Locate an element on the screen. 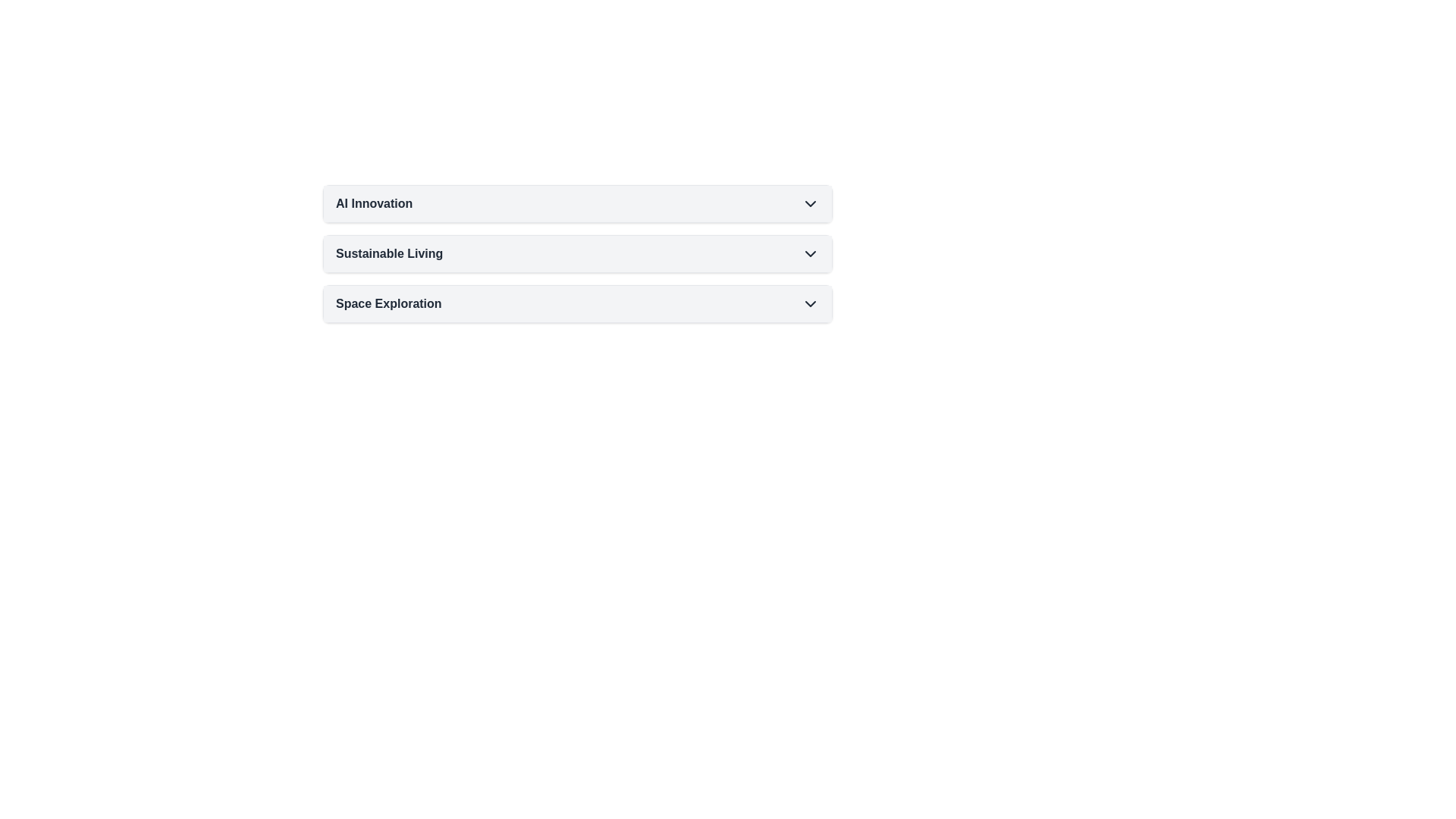 The image size is (1456, 819). text label or heading located in the second section of a vertical list, positioned between 'AI Innovation' and 'Space Exploration' is located at coordinates (389, 253).